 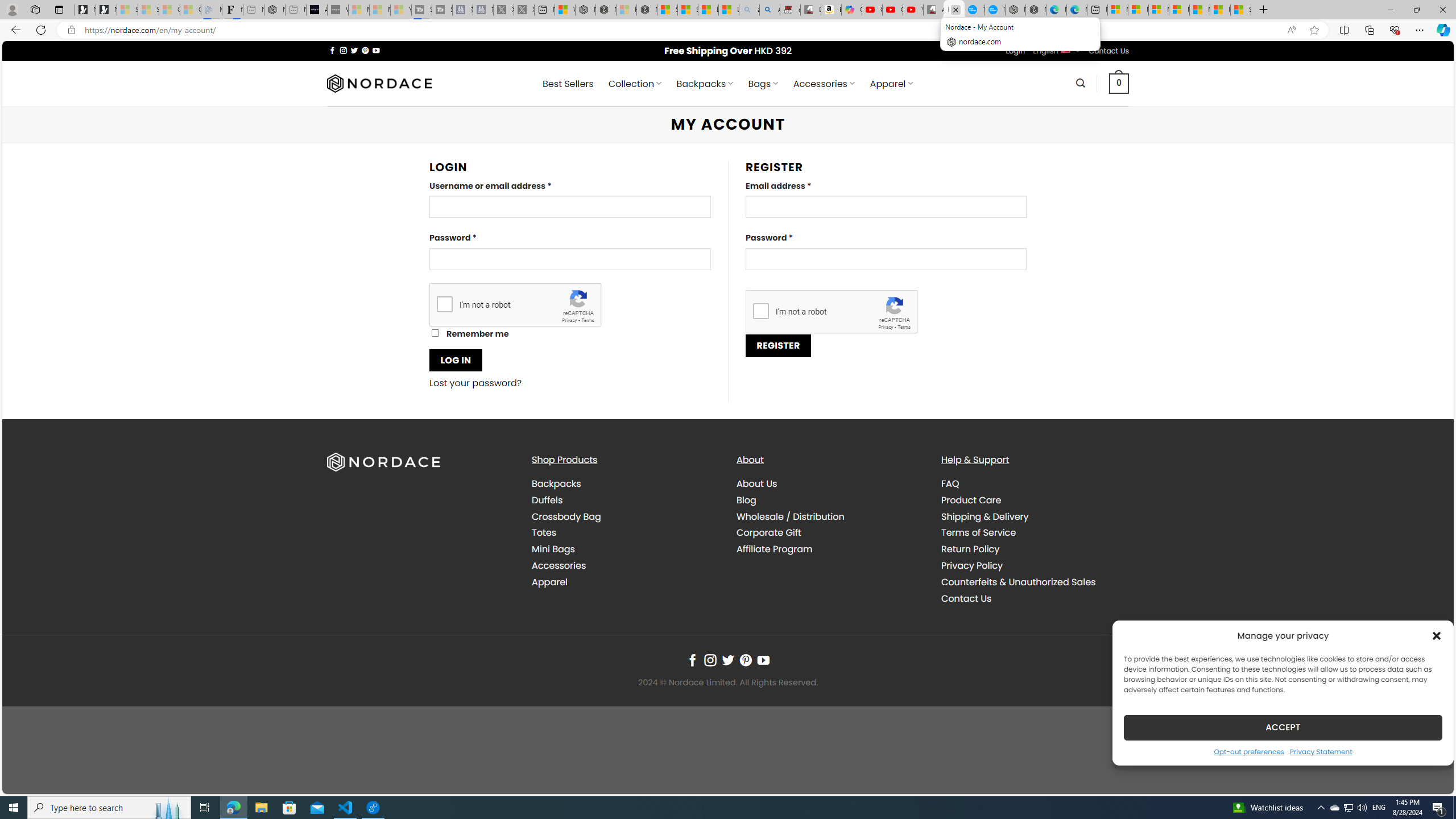 I want to click on 'Copilot', so click(x=851, y=9).